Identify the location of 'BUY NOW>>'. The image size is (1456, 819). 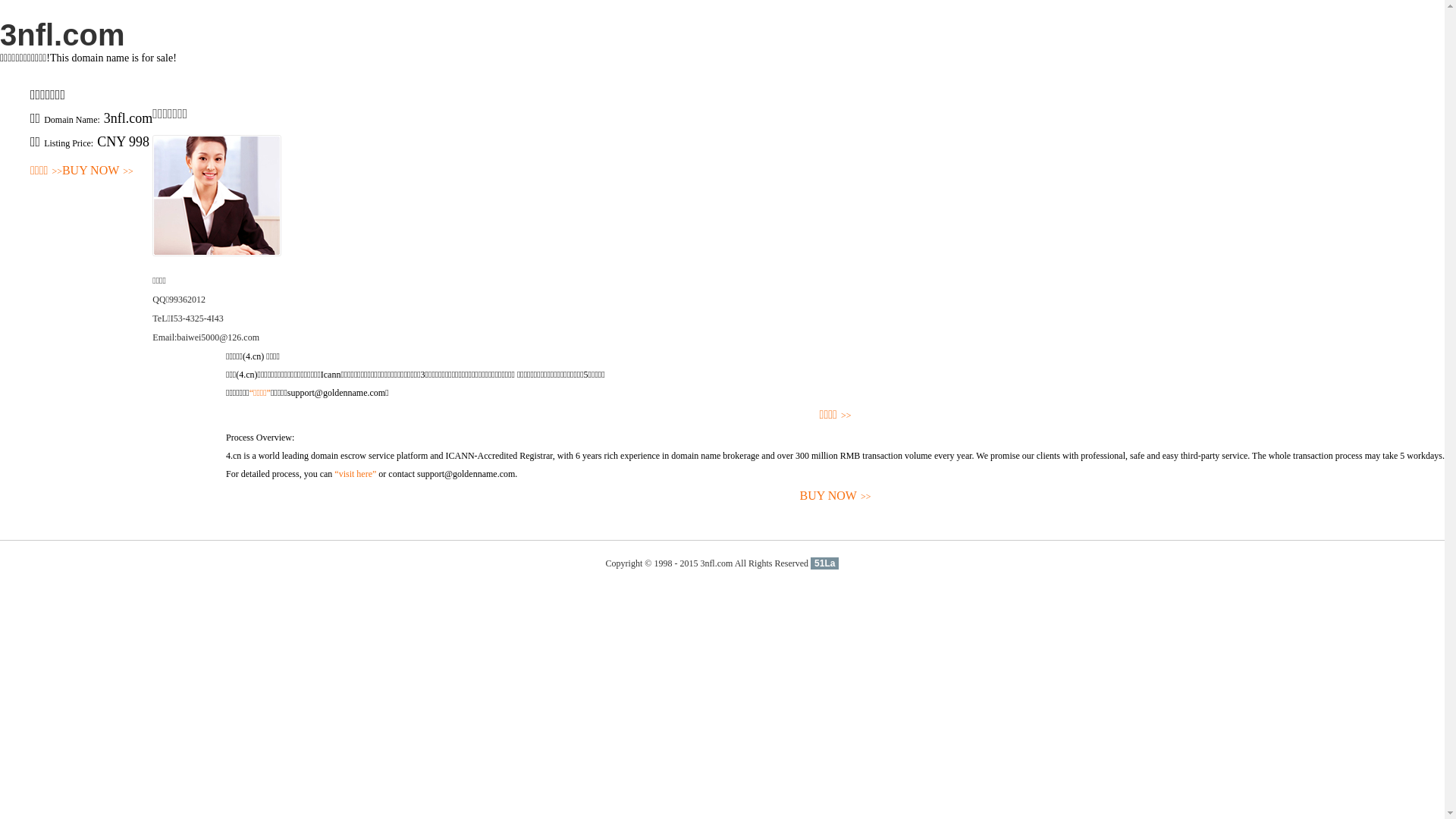
(97, 171).